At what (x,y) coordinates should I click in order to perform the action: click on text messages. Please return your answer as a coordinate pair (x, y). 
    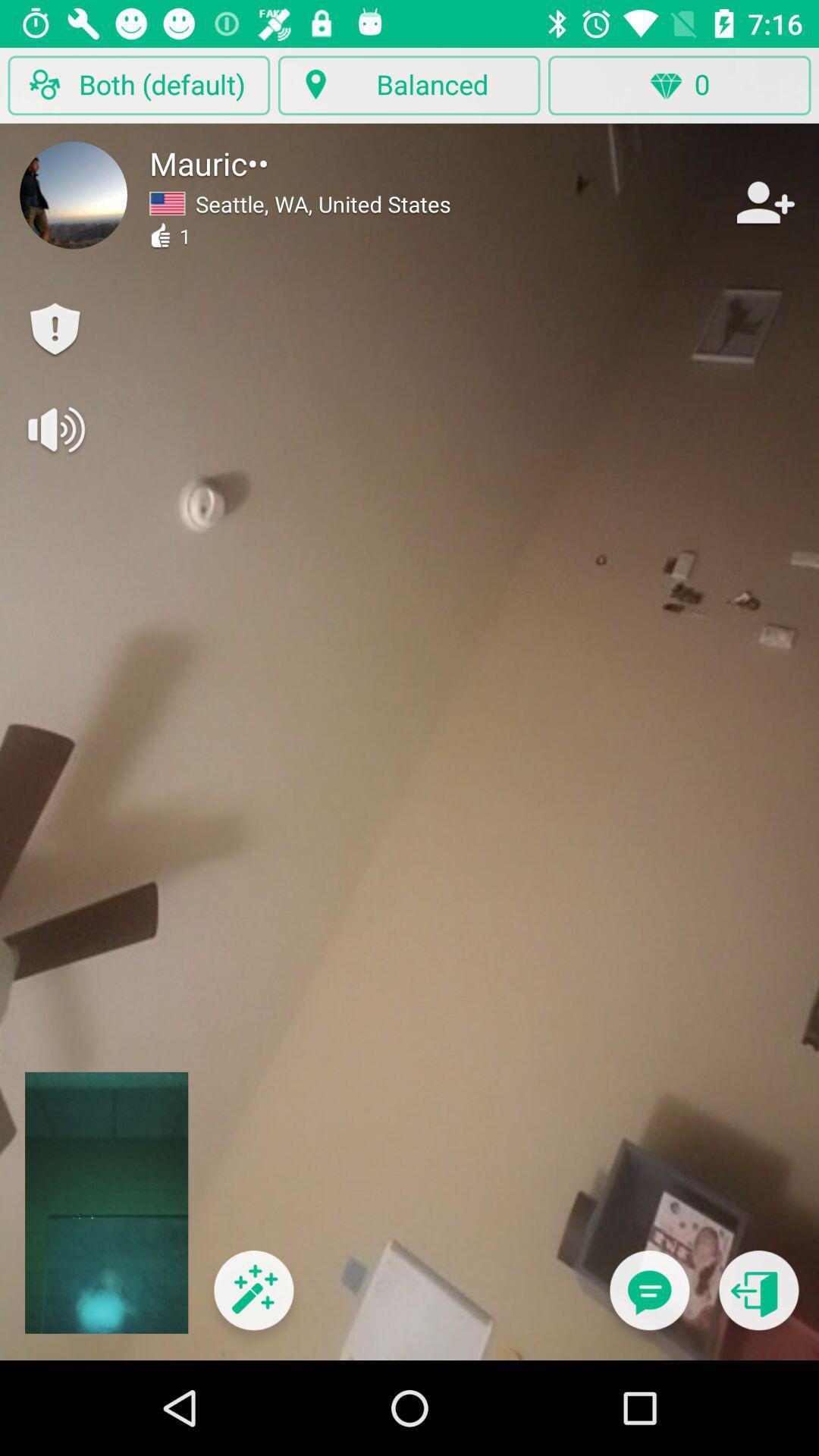
    Looking at the image, I should click on (648, 1299).